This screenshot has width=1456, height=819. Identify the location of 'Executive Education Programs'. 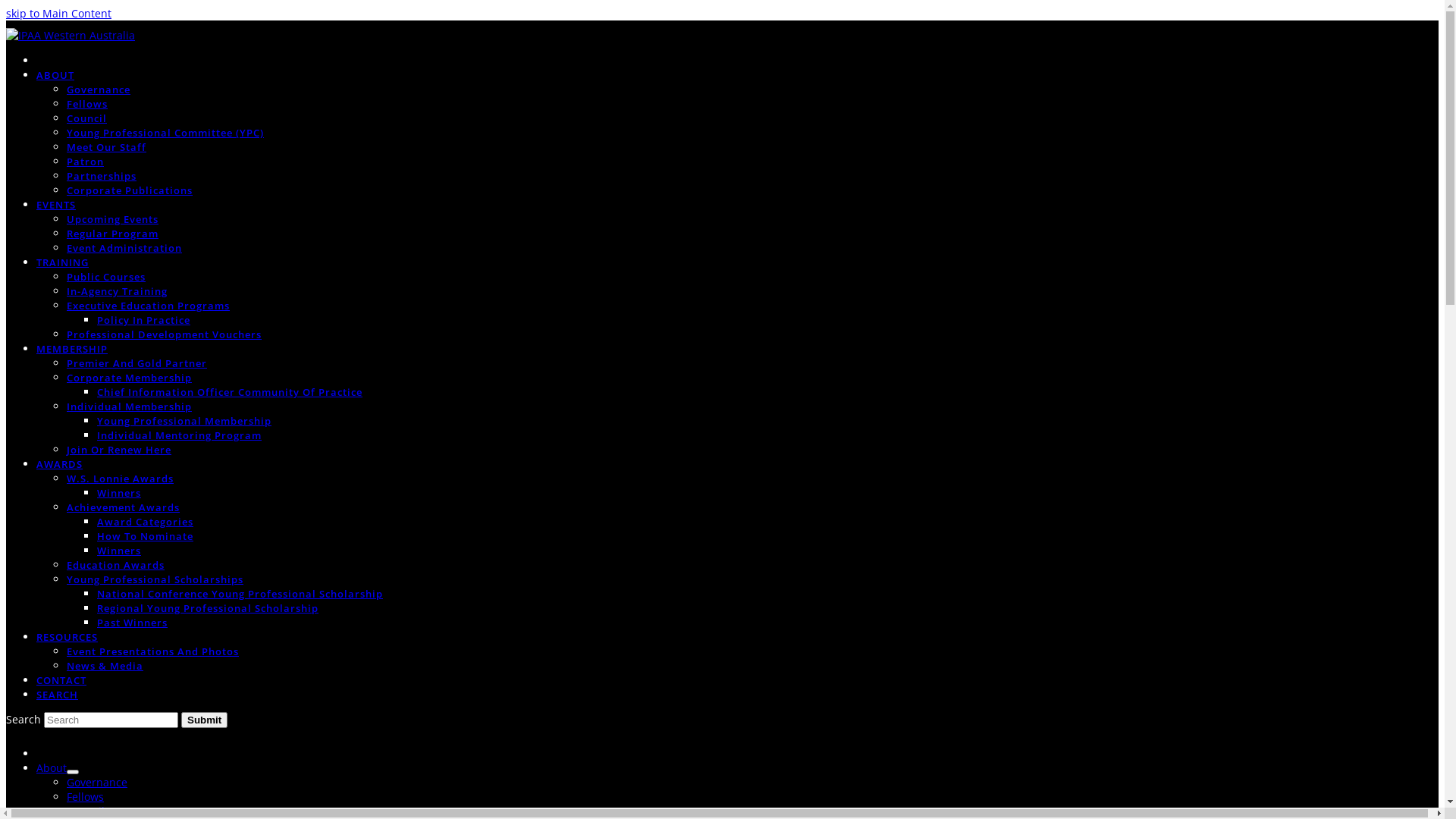
(148, 305).